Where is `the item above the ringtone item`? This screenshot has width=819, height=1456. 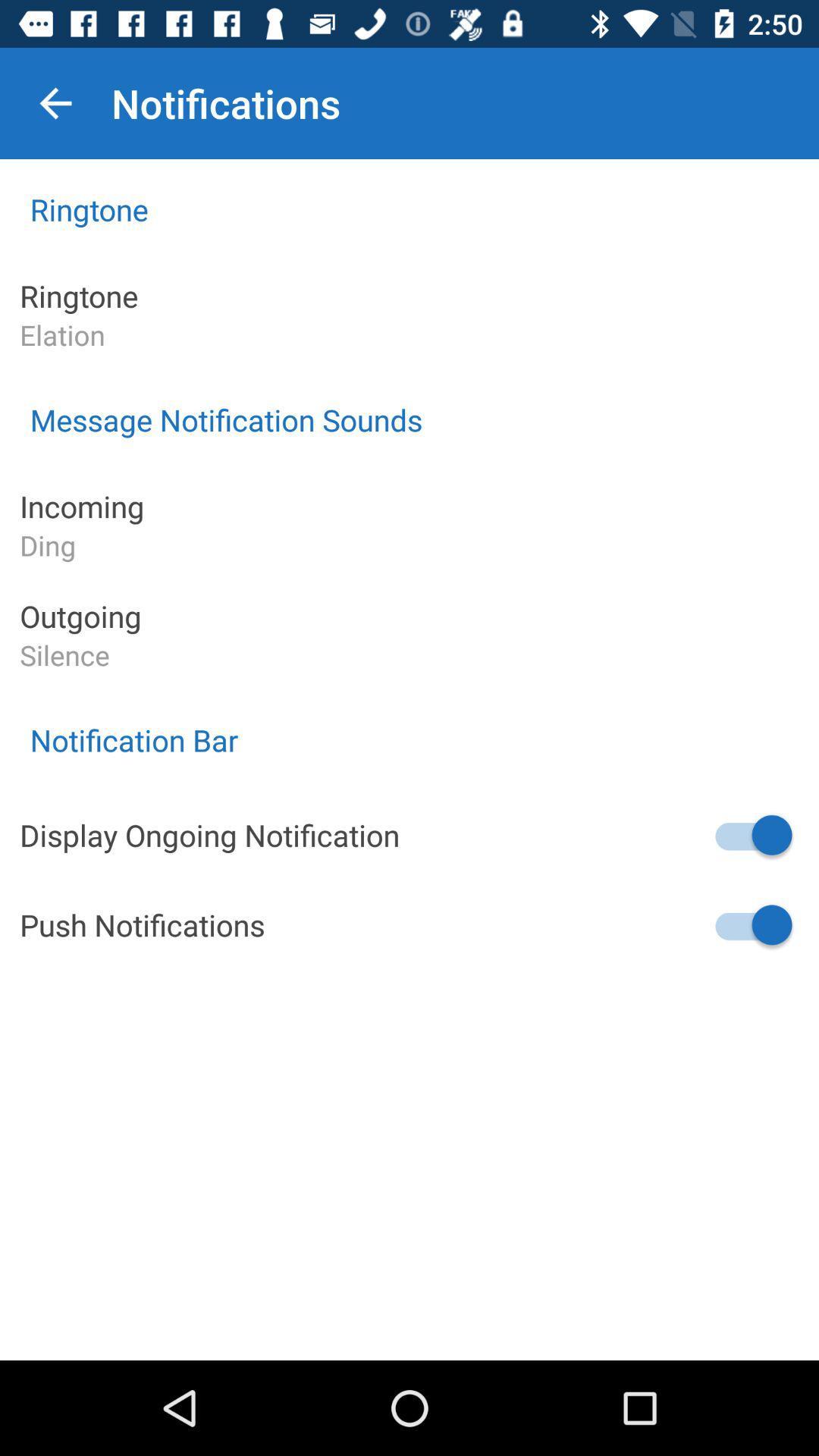
the item above the ringtone item is located at coordinates (55, 102).